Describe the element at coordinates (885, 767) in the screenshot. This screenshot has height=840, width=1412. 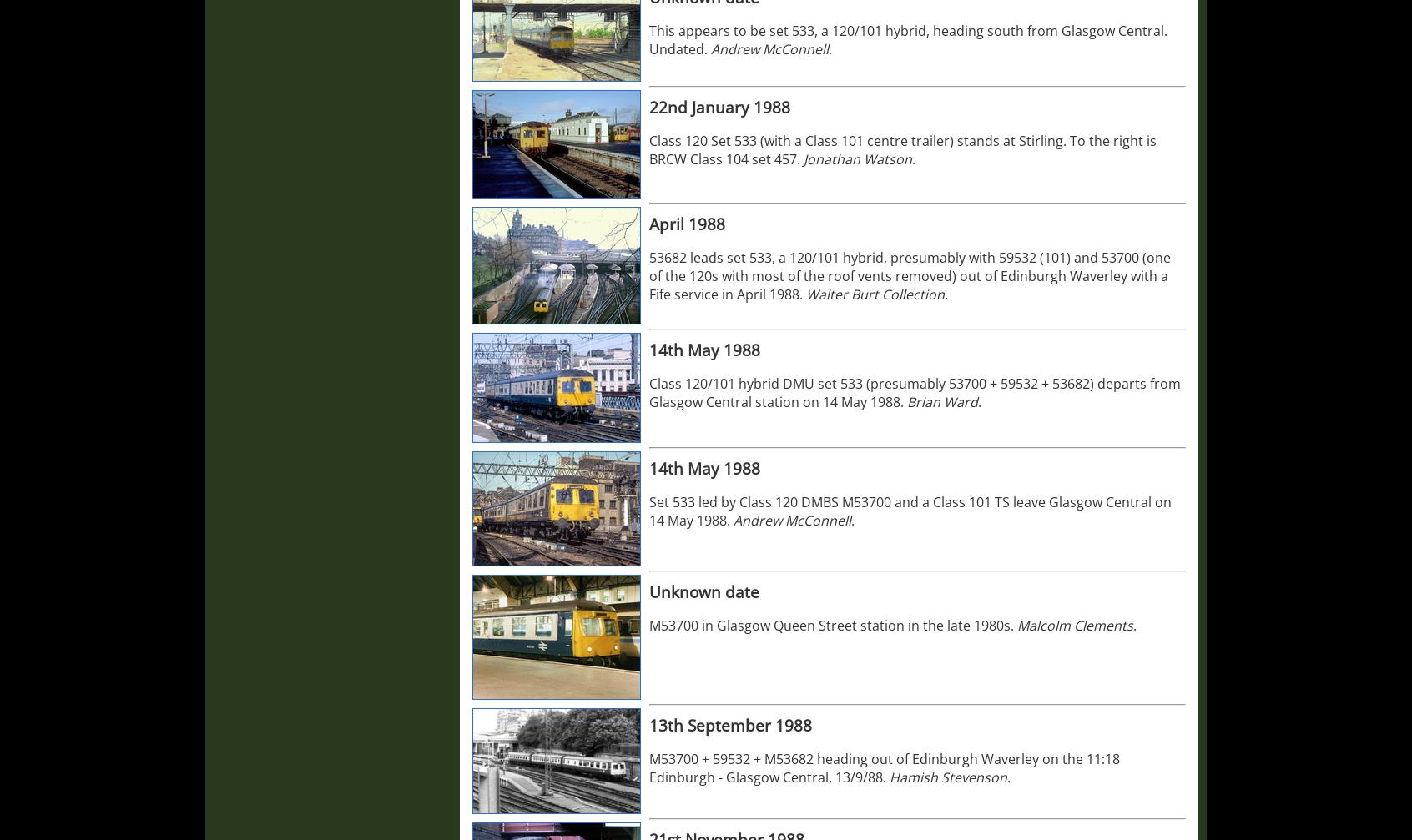
I see `'M53700 + 59532 + M53682 heading out of Edinburgh Waverley on the 11:18 Edinburgh - Glasgow Central, 13/9/88.'` at that location.